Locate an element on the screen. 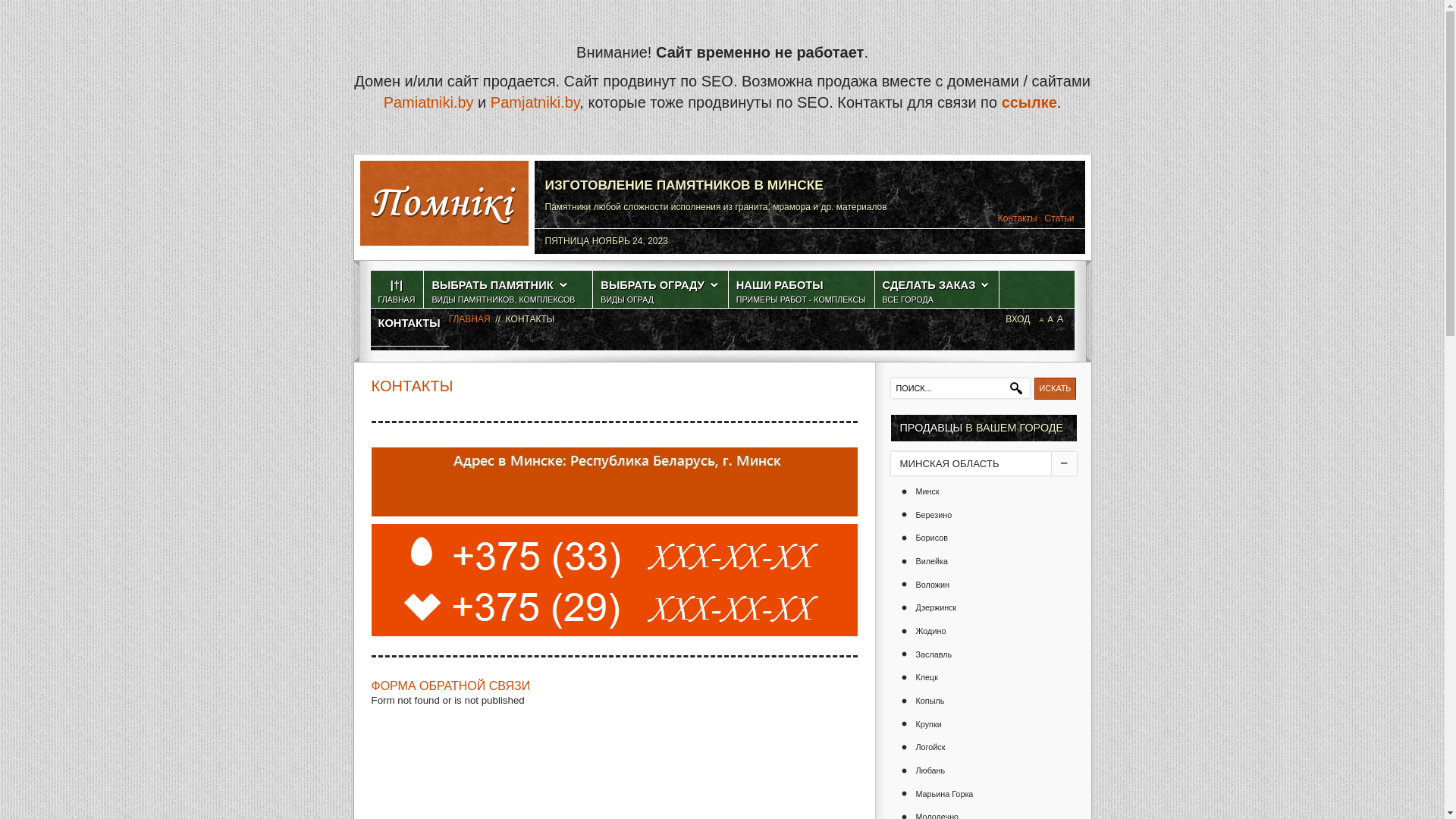  'Pamjatniki.by' is located at coordinates (535, 102).